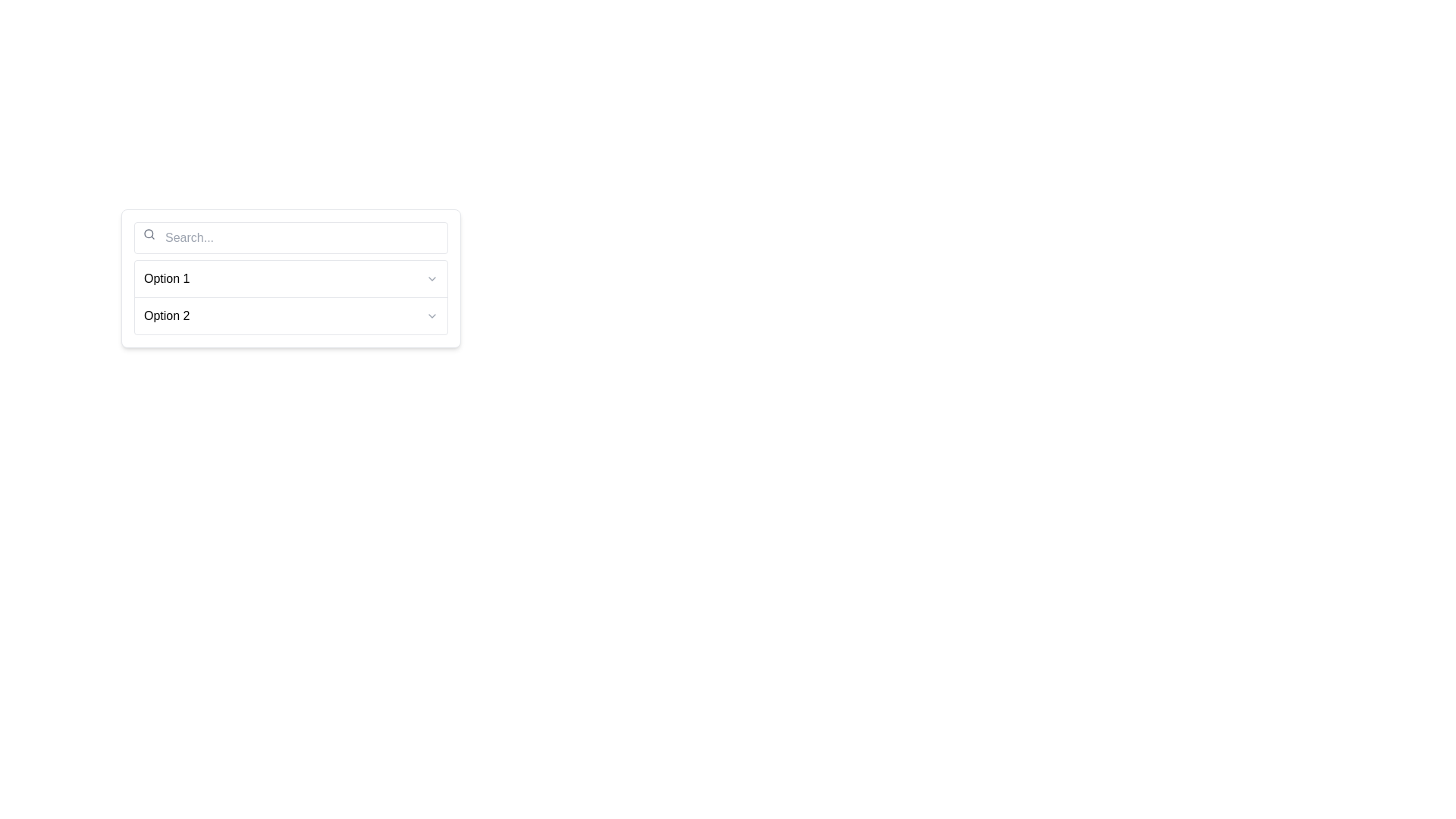 The height and width of the screenshot is (819, 1456). Describe the element at coordinates (149, 234) in the screenshot. I see `the magnifying glass icon, which is styled in gray and positioned inside the search bar to the left of the 'Search...' text input field` at that location.